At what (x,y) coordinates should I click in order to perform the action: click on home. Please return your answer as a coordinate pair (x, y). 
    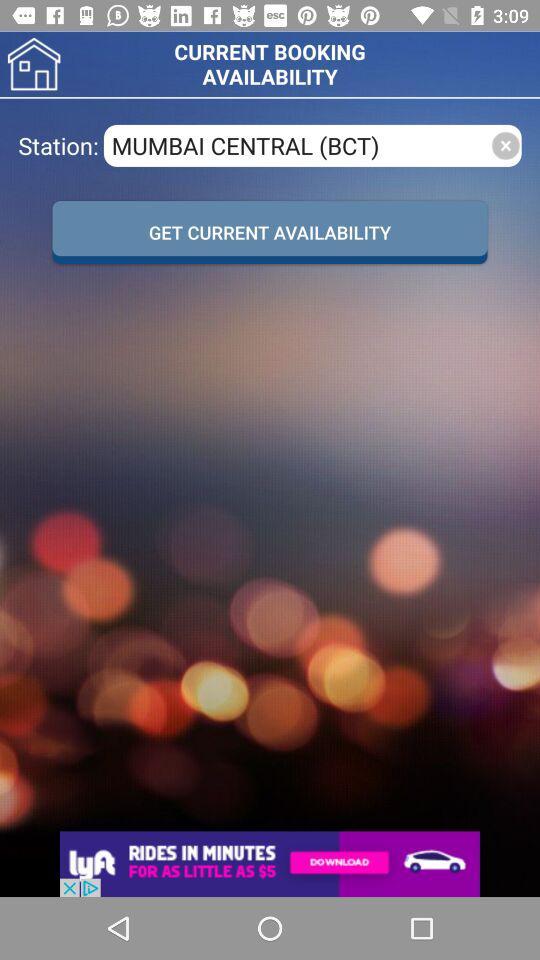
    Looking at the image, I should click on (33, 64).